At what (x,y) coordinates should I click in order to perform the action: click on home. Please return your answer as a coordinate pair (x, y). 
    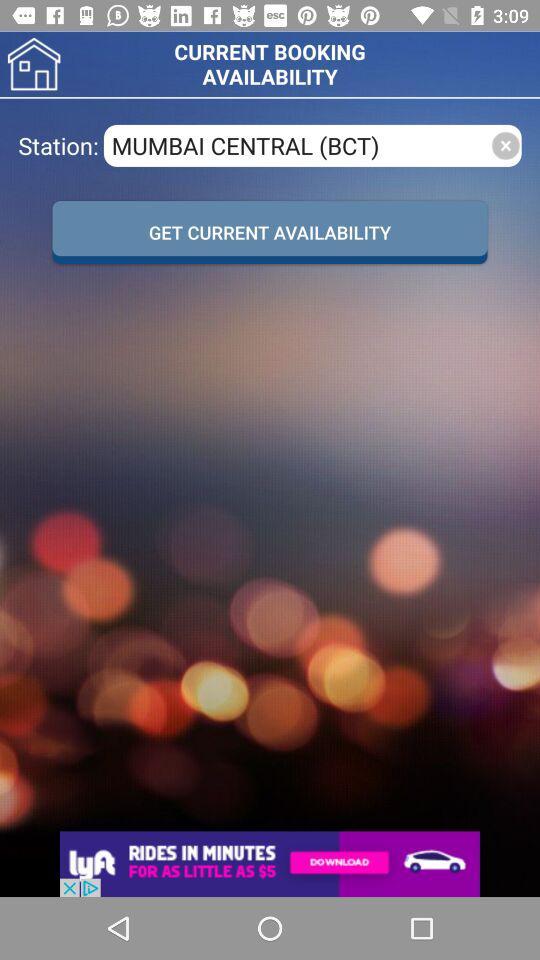
    Looking at the image, I should click on (33, 64).